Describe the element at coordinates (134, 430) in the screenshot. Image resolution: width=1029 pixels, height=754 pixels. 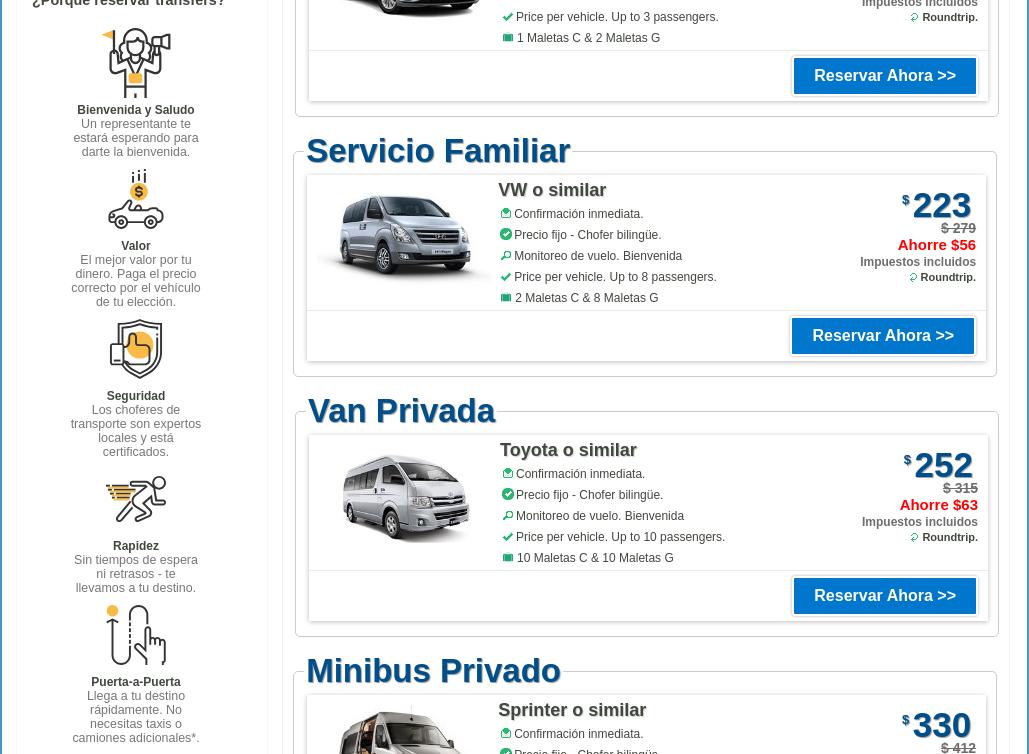
I see `'Los choferes de transporte son expertos locales y está certificados.'` at that location.